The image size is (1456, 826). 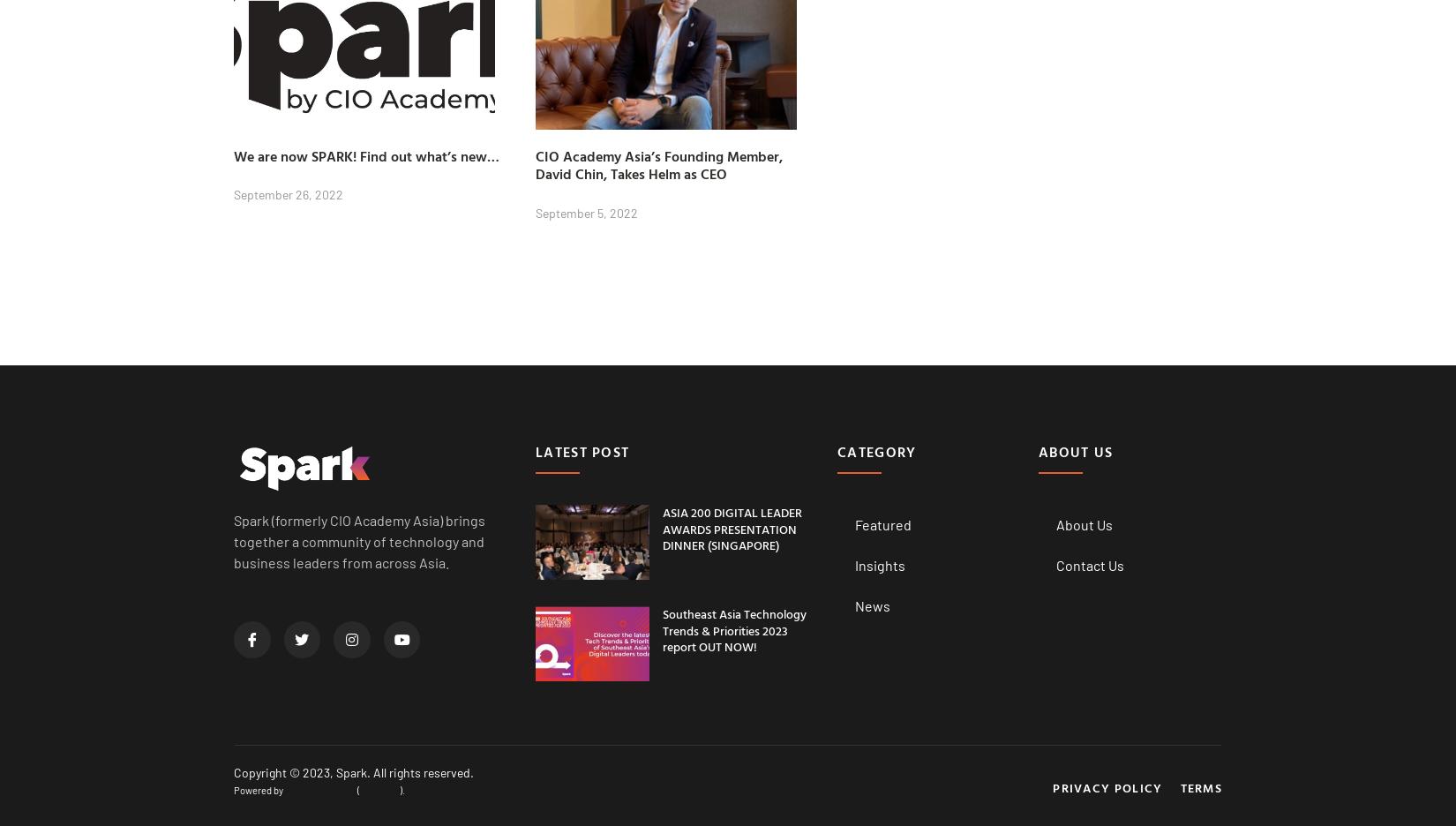 I want to click on ').', so click(x=402, y=788).